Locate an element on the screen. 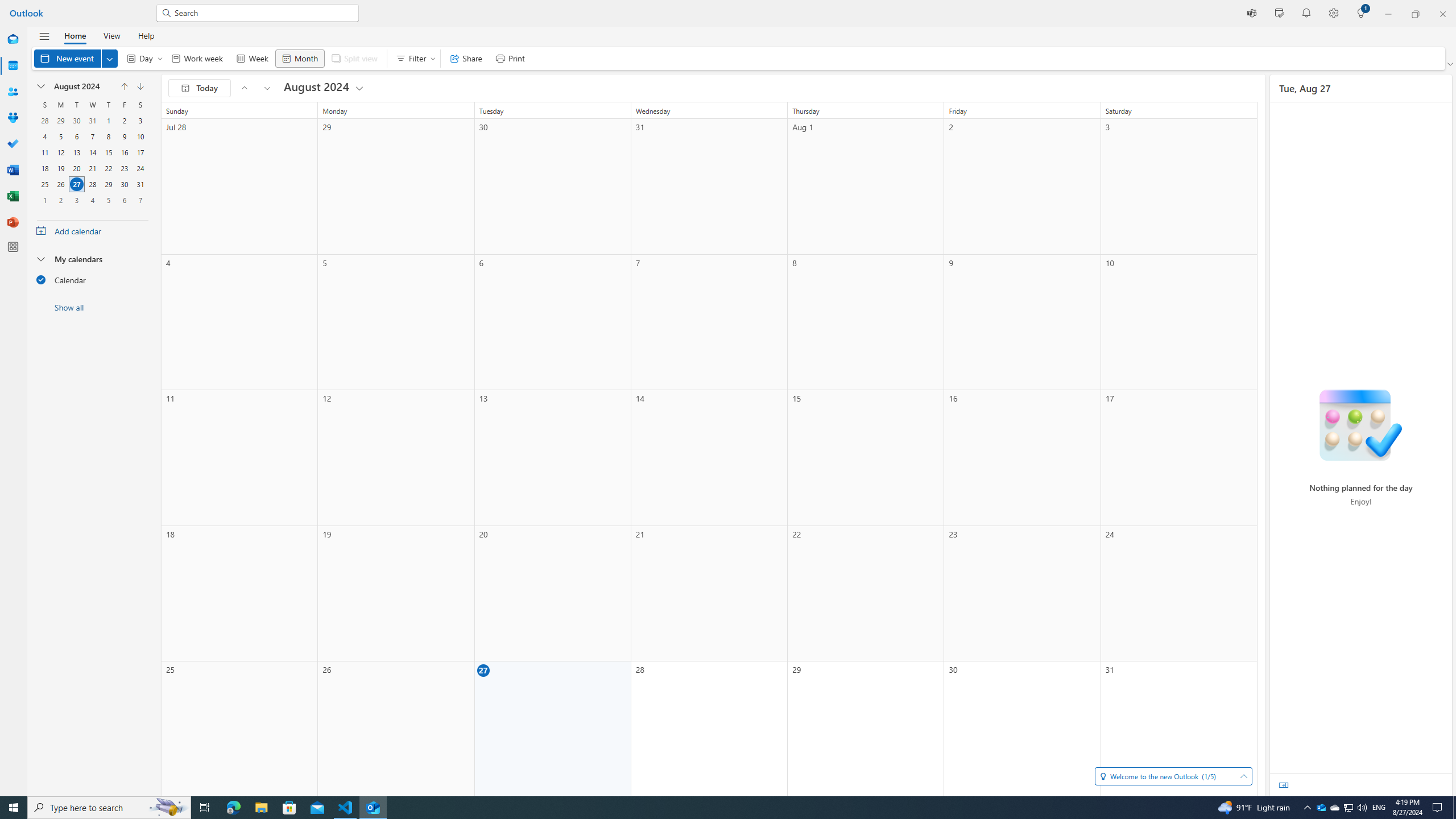  'Visual Studio Code - 1 running window' is located at coordinates (345, 806).